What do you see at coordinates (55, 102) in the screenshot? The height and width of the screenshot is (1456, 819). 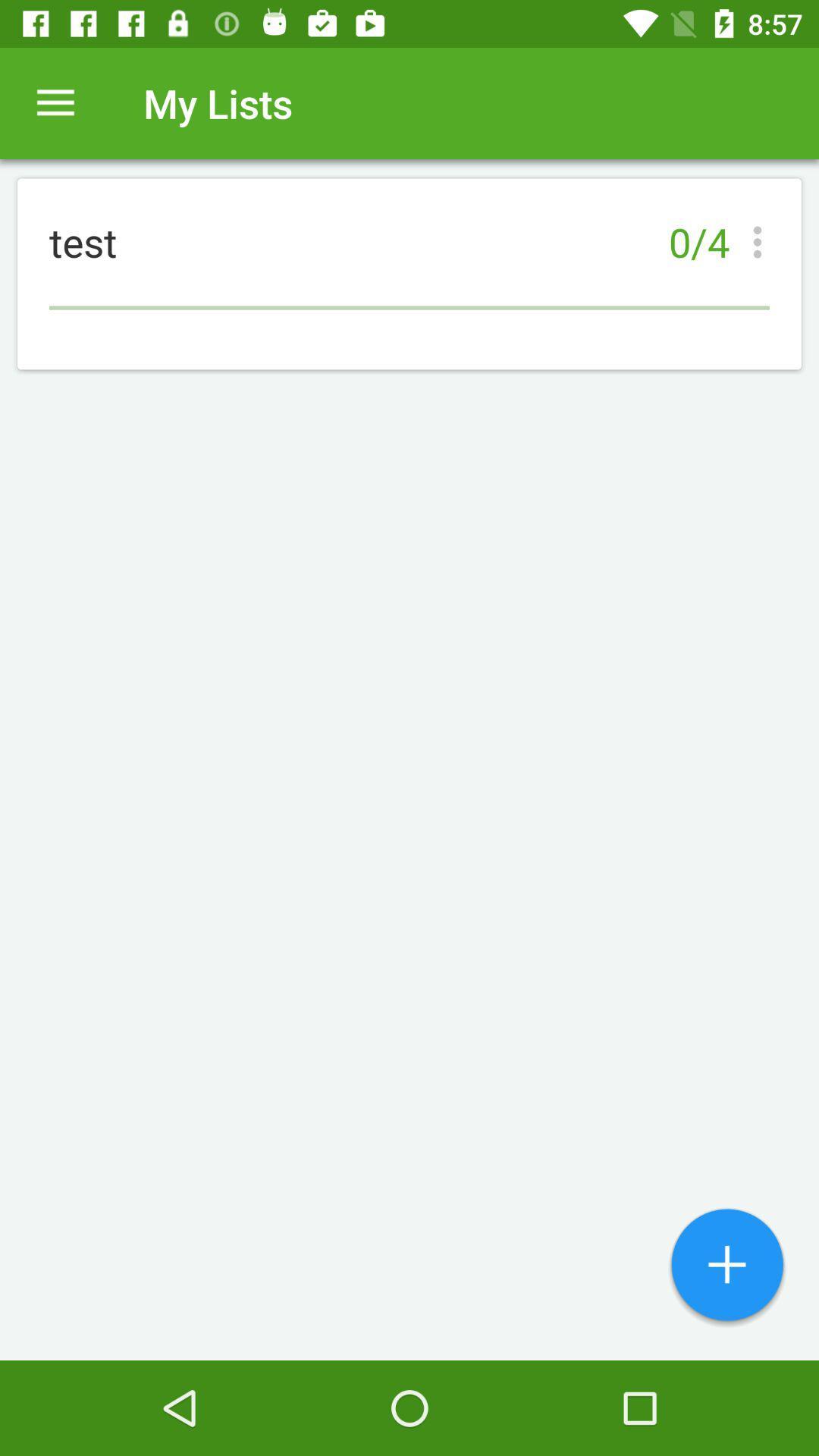 I see `item above test icon` at bounding box center [55, 102].